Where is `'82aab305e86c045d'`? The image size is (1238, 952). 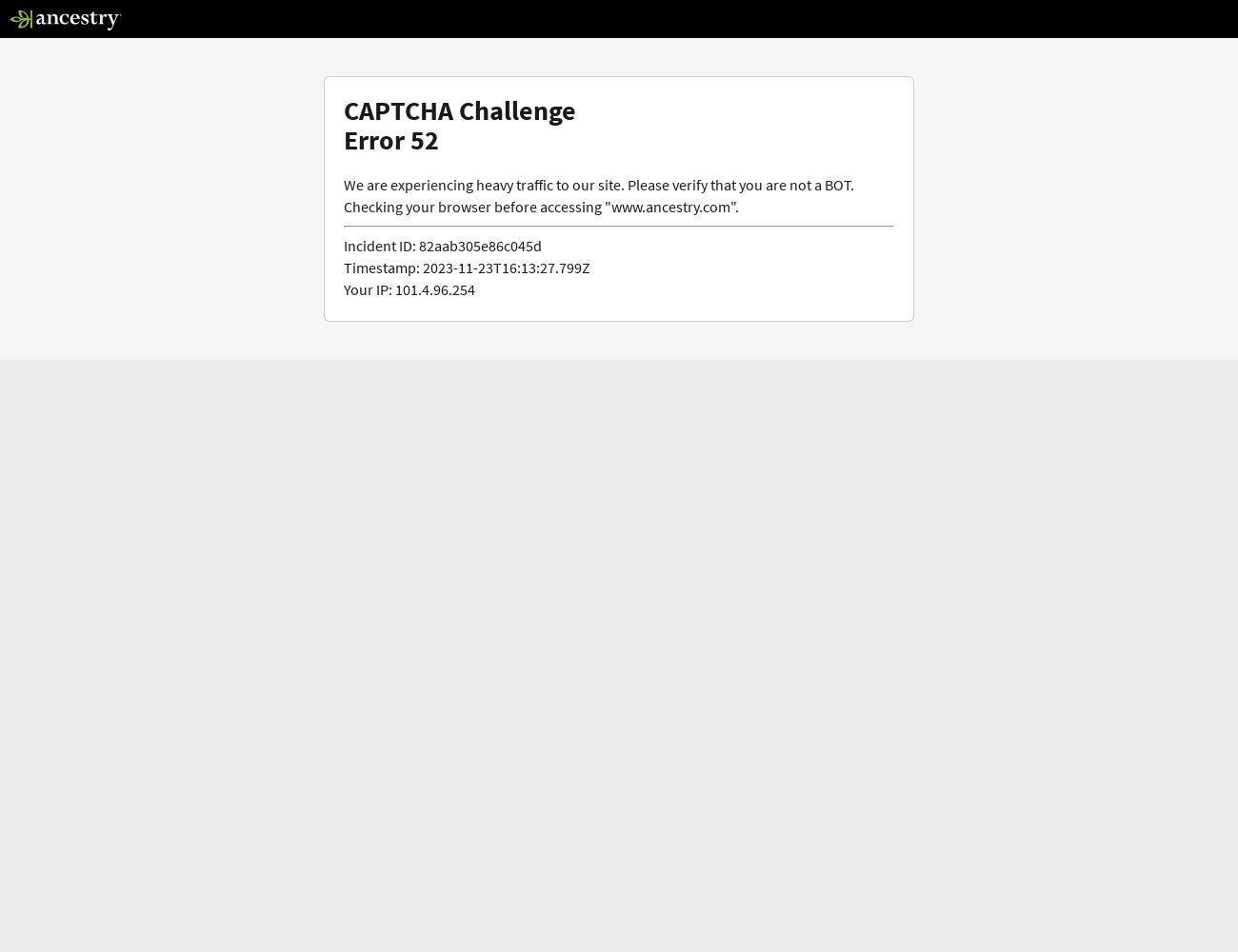
'82aab305e86c045d' is located at coordinates (480, 245).